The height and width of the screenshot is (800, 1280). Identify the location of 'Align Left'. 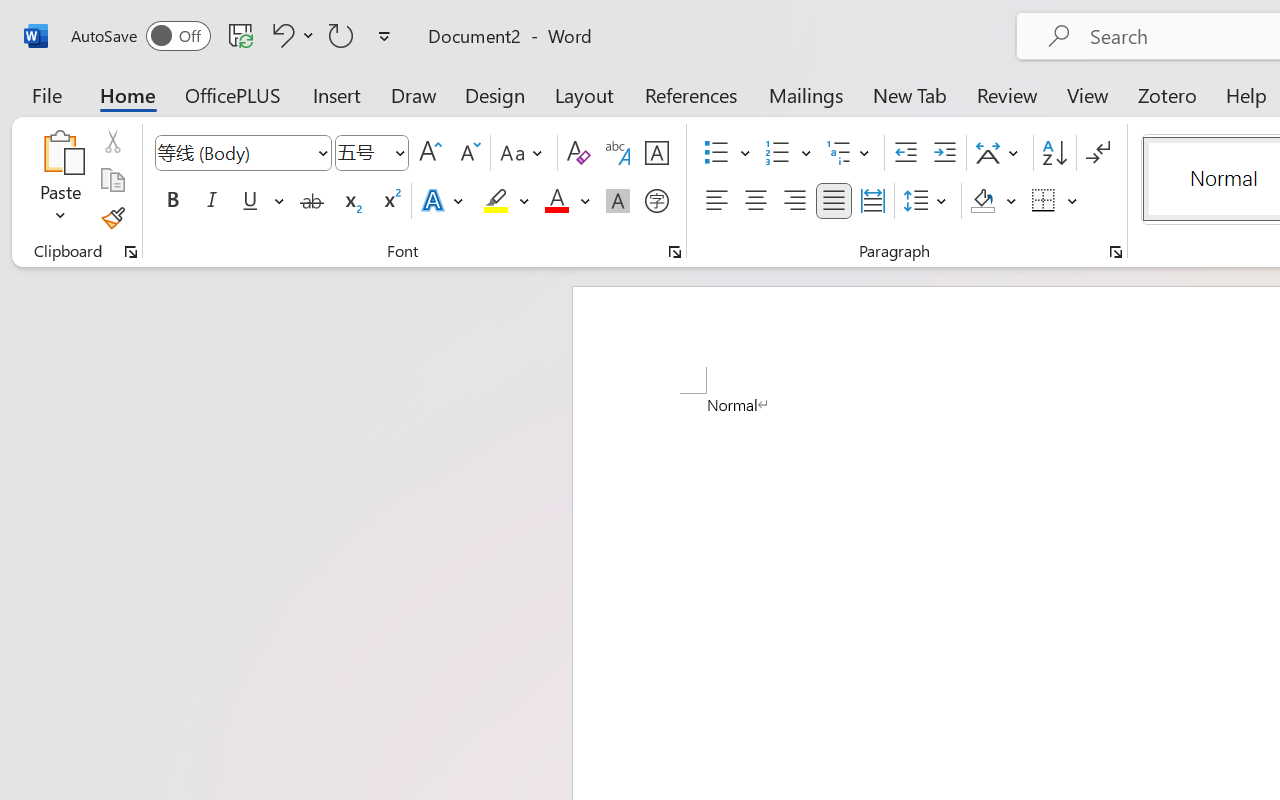
(716, 201).